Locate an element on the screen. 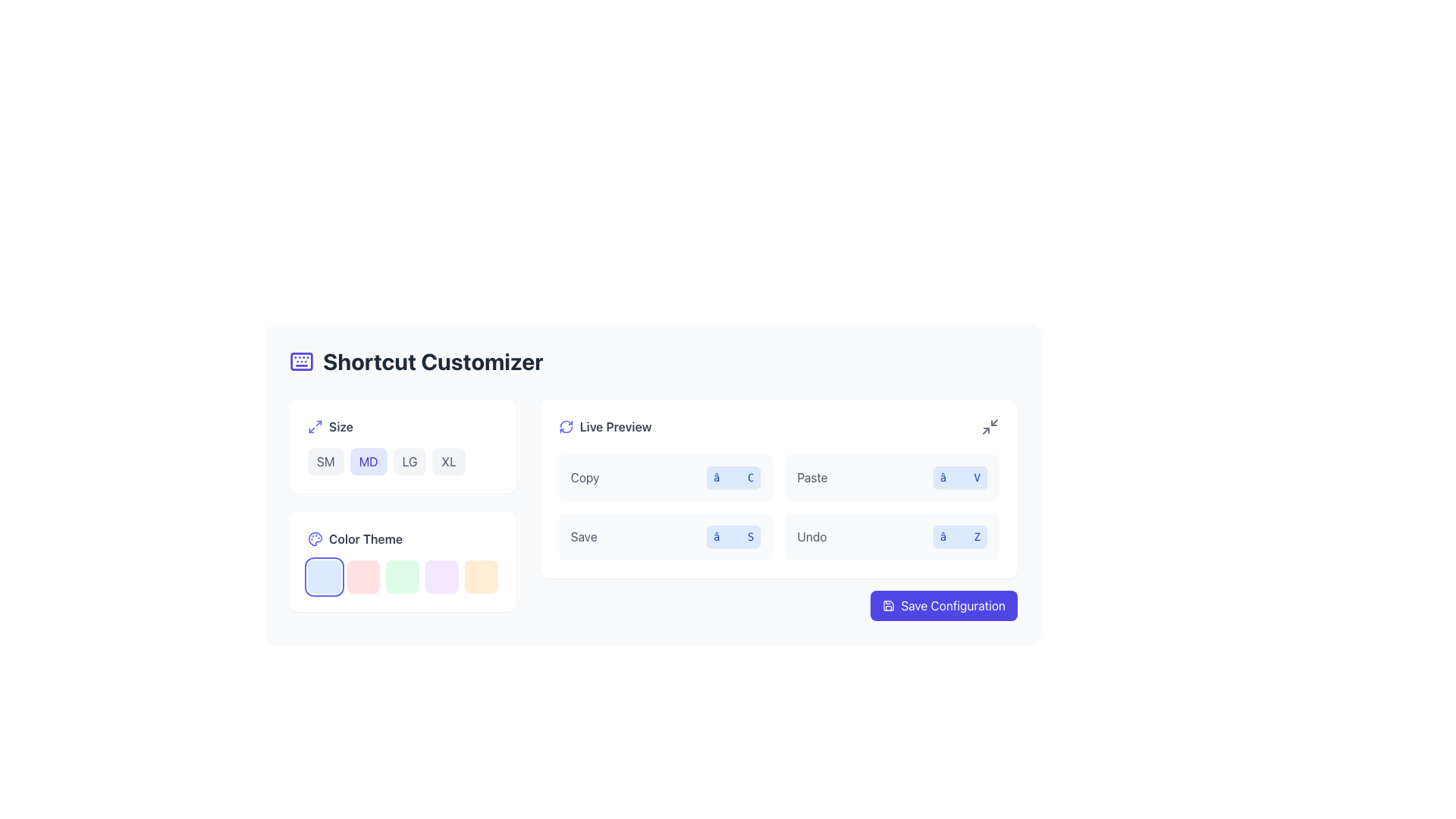 This screenshot has width=1456, height=819. the fourth button with a light purple background in the 'Color Theme' configuration section is located at coordinates (441, 576).